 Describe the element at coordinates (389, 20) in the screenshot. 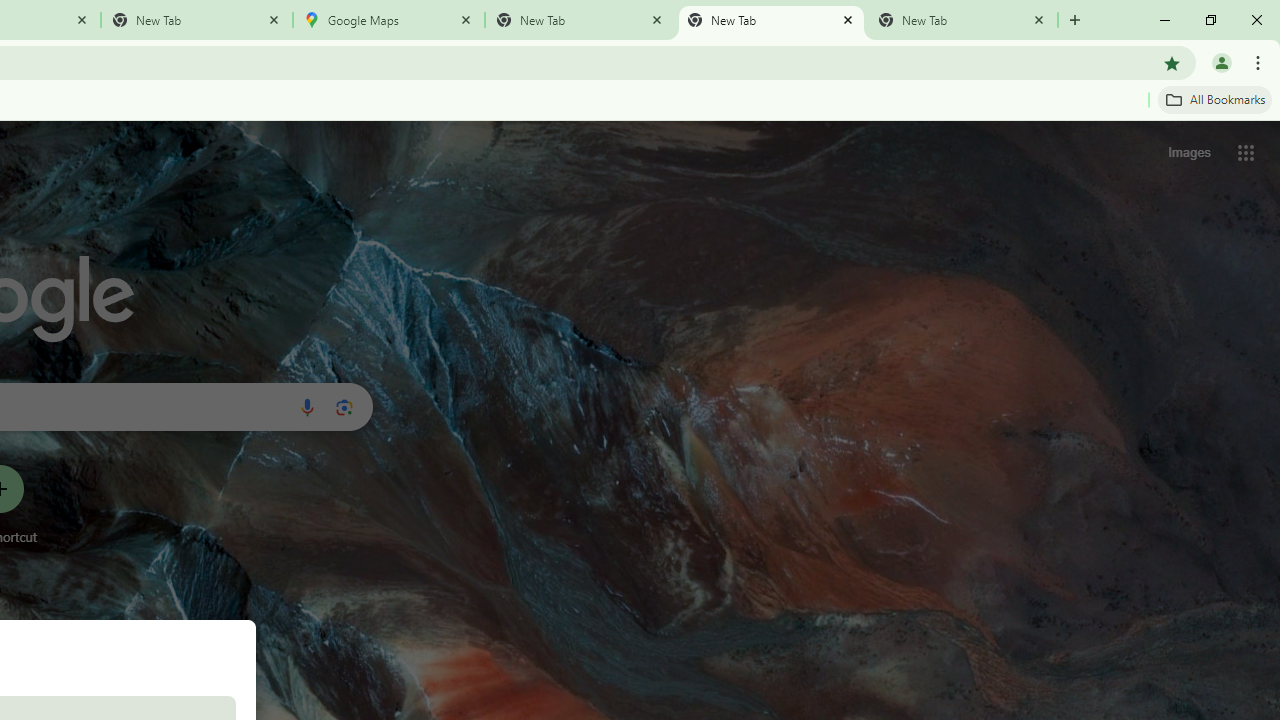

I see `'Google Maps'` at that location.